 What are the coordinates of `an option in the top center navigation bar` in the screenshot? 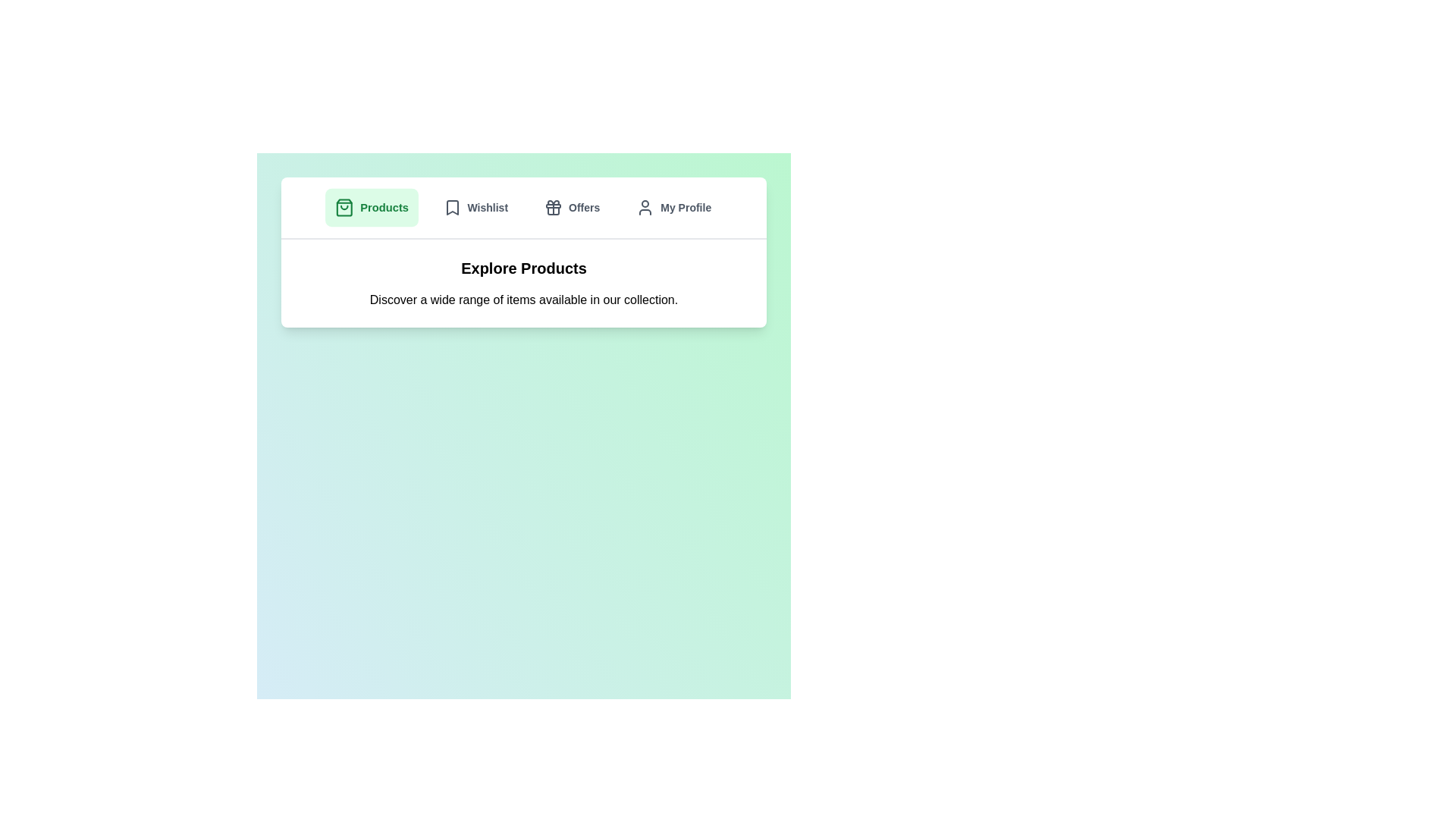 It's located at (524, 208).